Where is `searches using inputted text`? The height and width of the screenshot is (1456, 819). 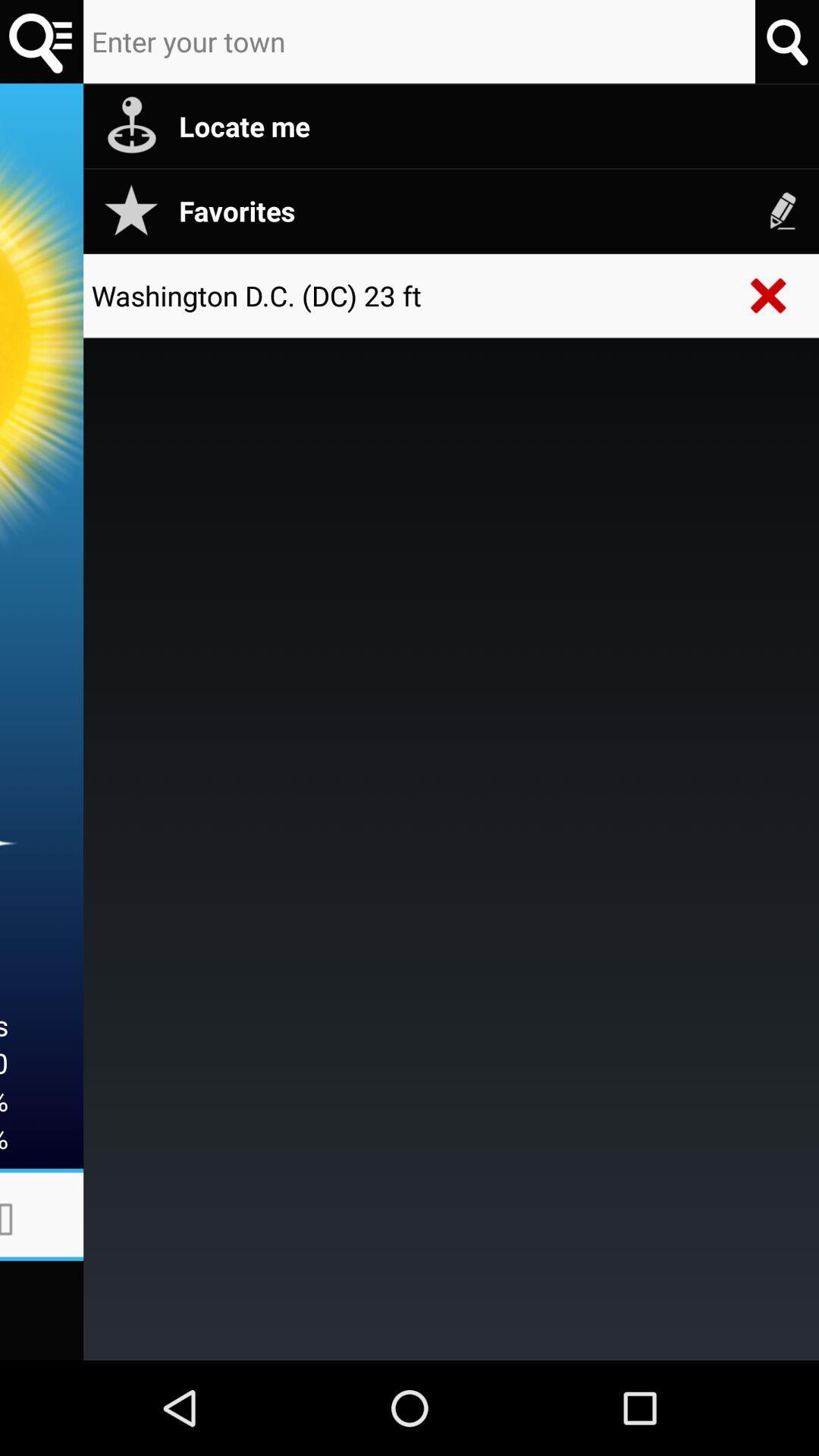 searches using inputted text is located at coordinates (786, 41).